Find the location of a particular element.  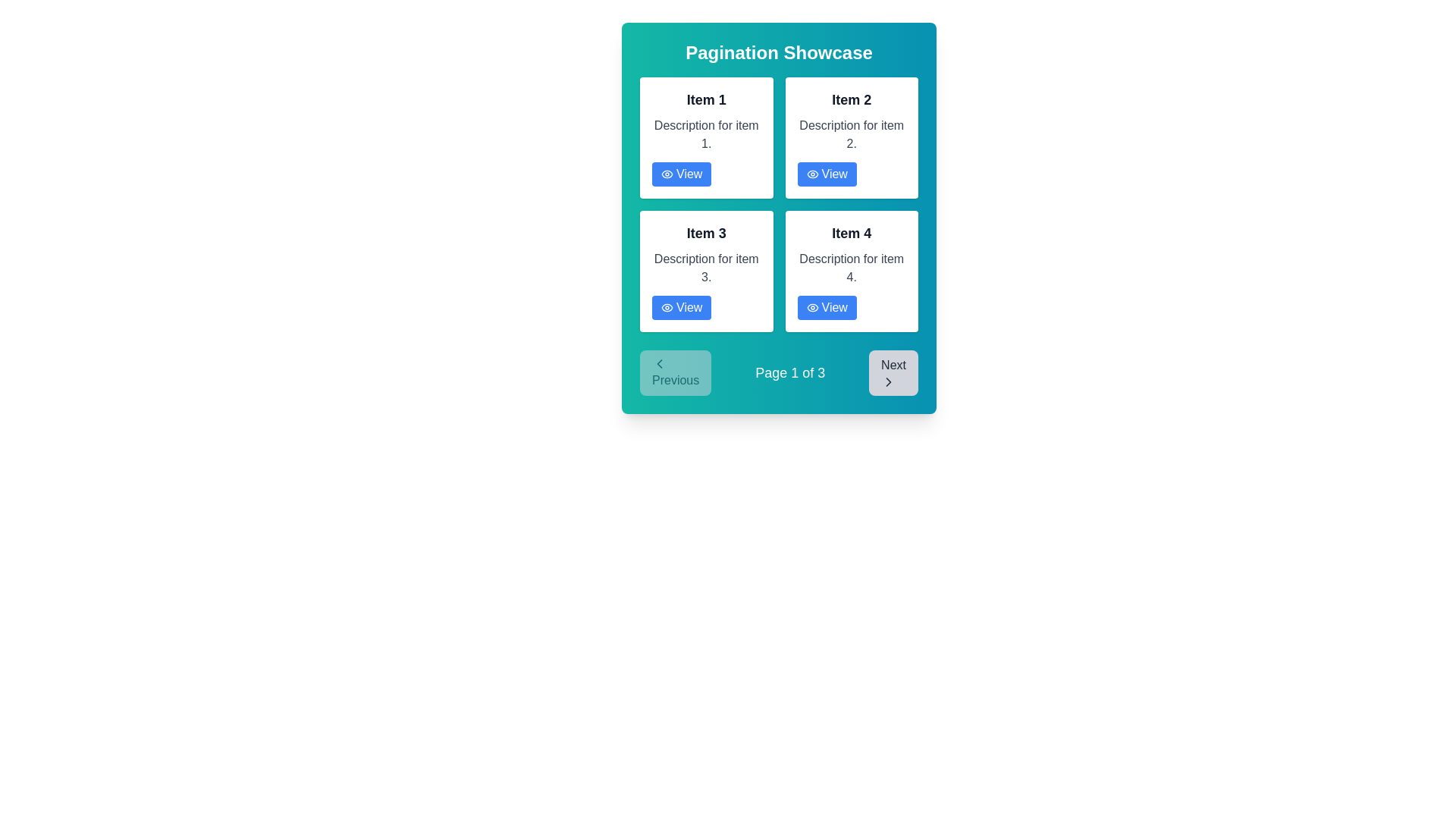

the 'View' button containing an eye-shaped graphical icon located is located at coordinates (667, 174).